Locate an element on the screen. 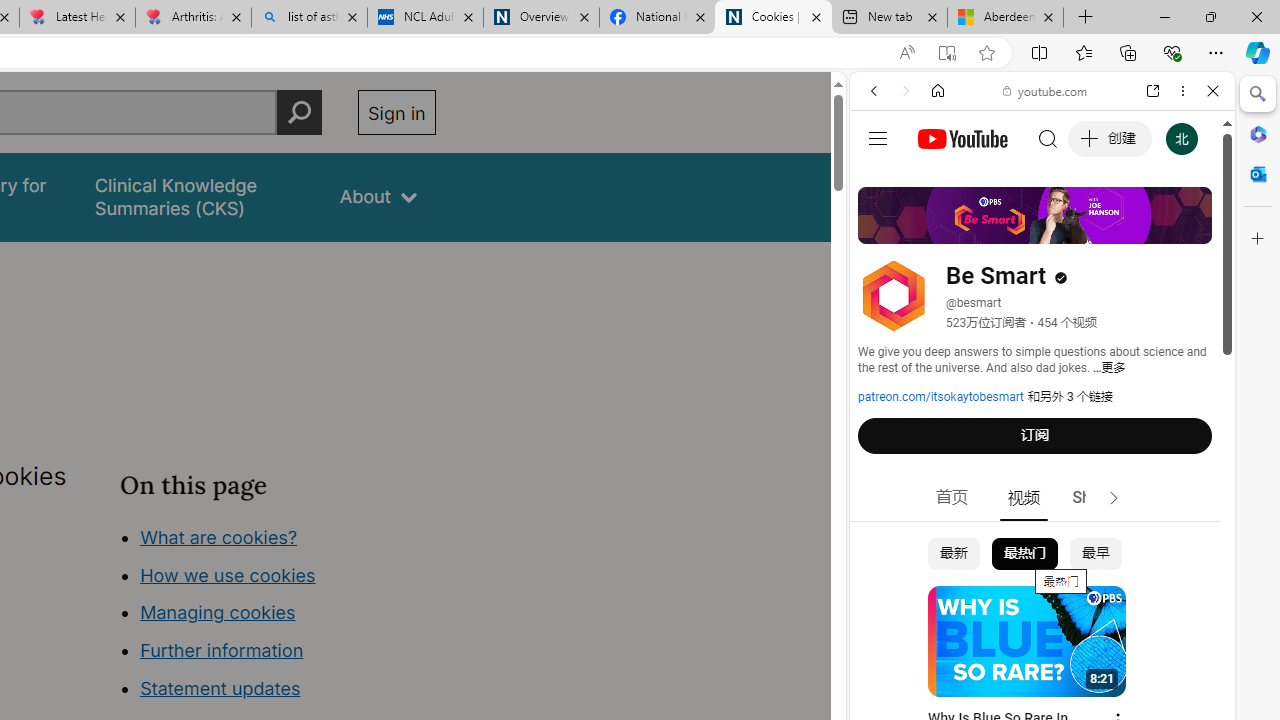 The image size is (1280, 720). 'Aberdeen, Hong Kong SAR hourly forecast | Microsoft Weather' is located at coordinates (1006, 17).